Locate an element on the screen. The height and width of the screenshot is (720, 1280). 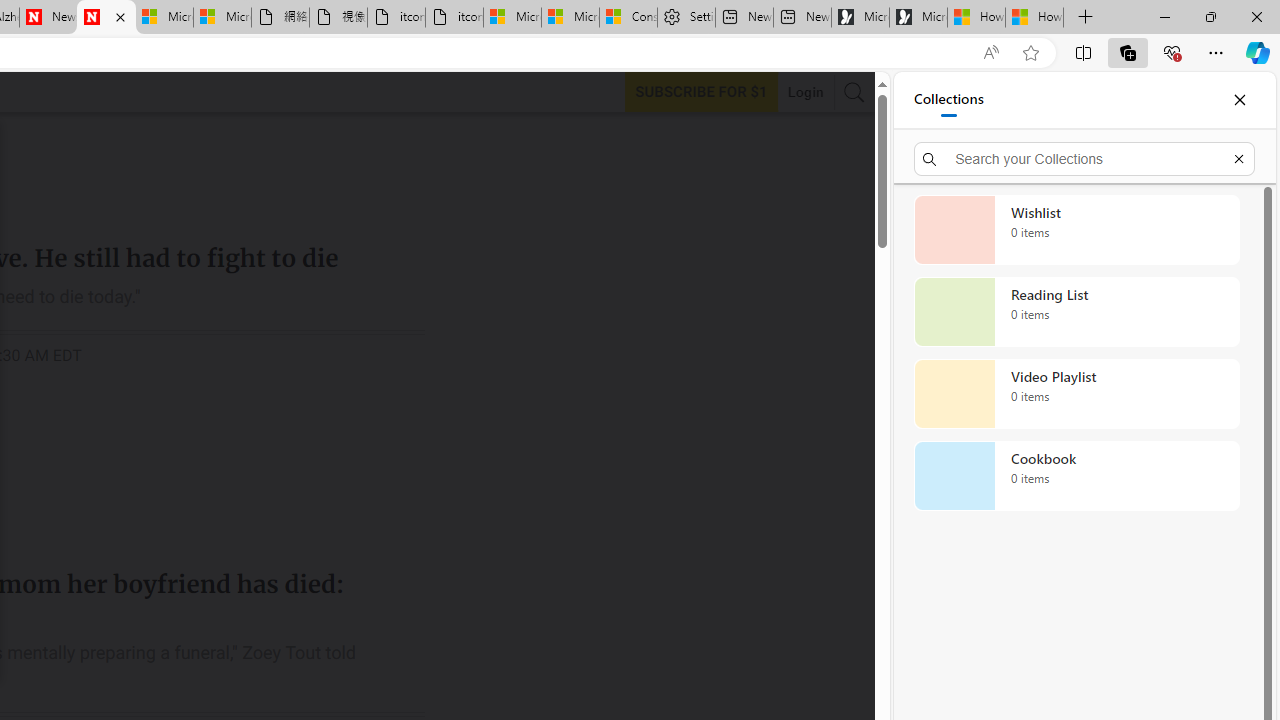
'Cookbook collection, 0 items' is located at coordinates (1076, 475).